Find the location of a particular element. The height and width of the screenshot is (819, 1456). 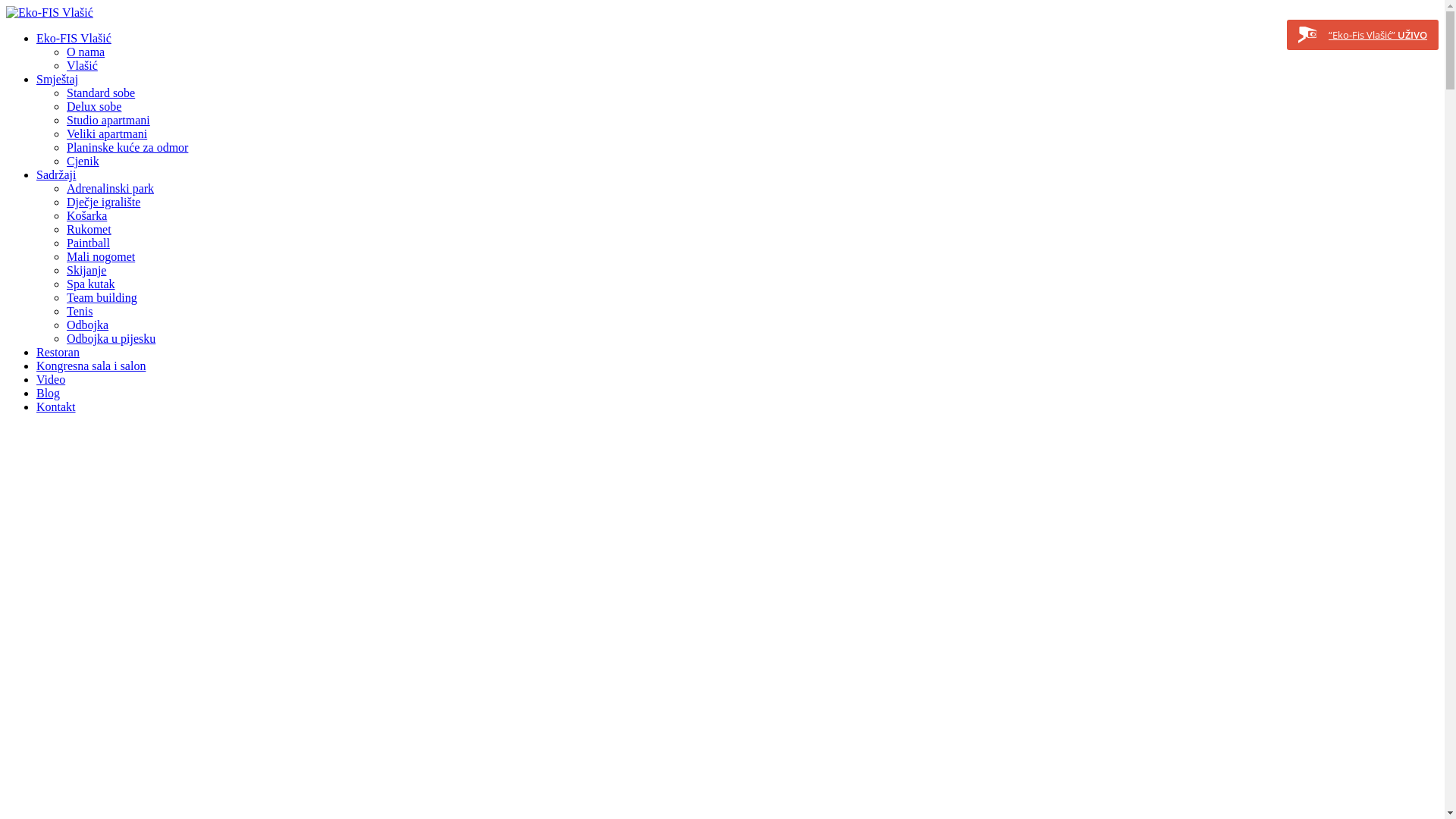

'Skip to content' is located at coordinates (6, 6).